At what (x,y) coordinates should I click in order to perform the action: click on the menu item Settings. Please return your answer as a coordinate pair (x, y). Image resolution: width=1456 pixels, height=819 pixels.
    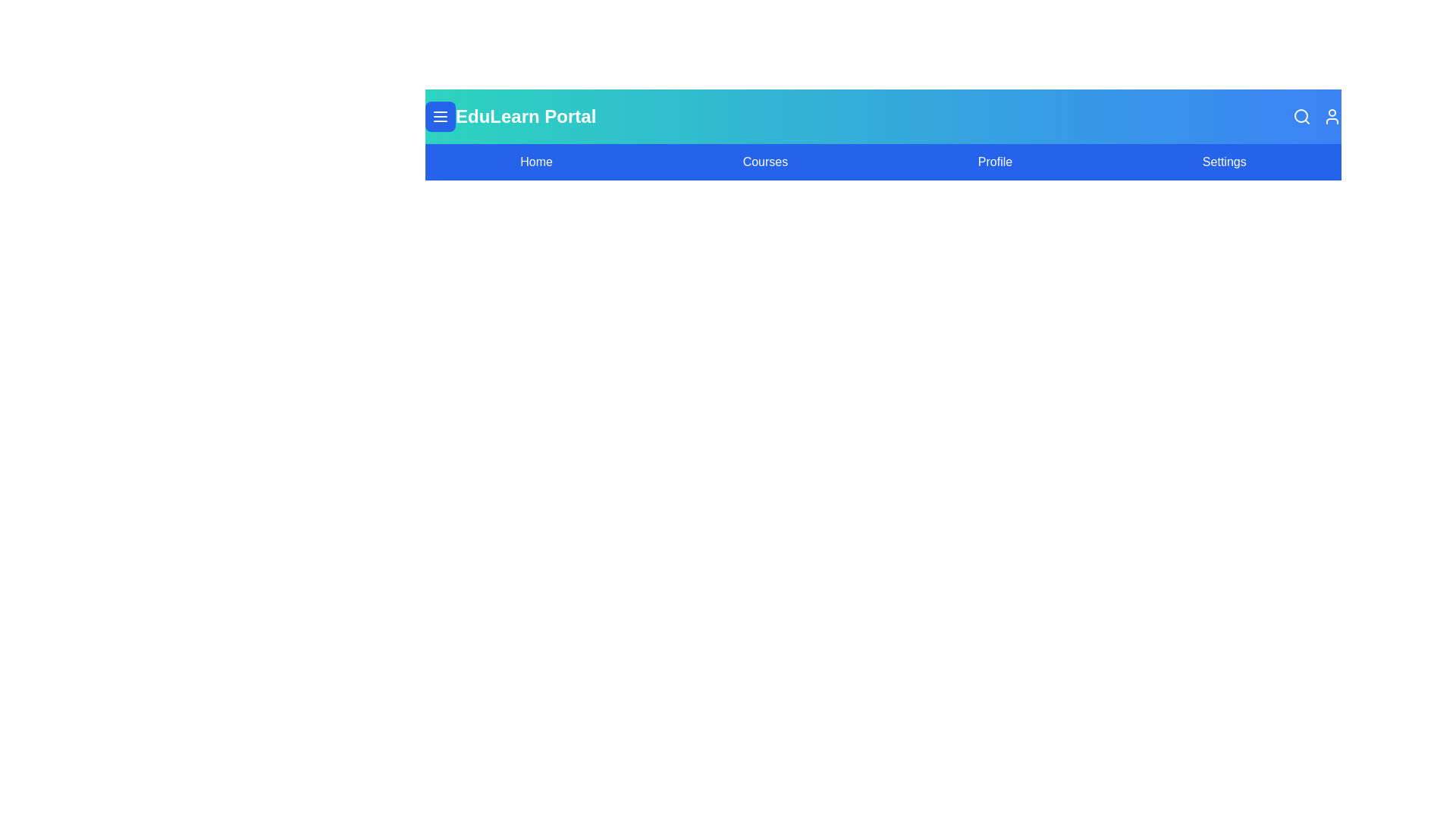
    Looking at the image, I should click on (1224, 162).